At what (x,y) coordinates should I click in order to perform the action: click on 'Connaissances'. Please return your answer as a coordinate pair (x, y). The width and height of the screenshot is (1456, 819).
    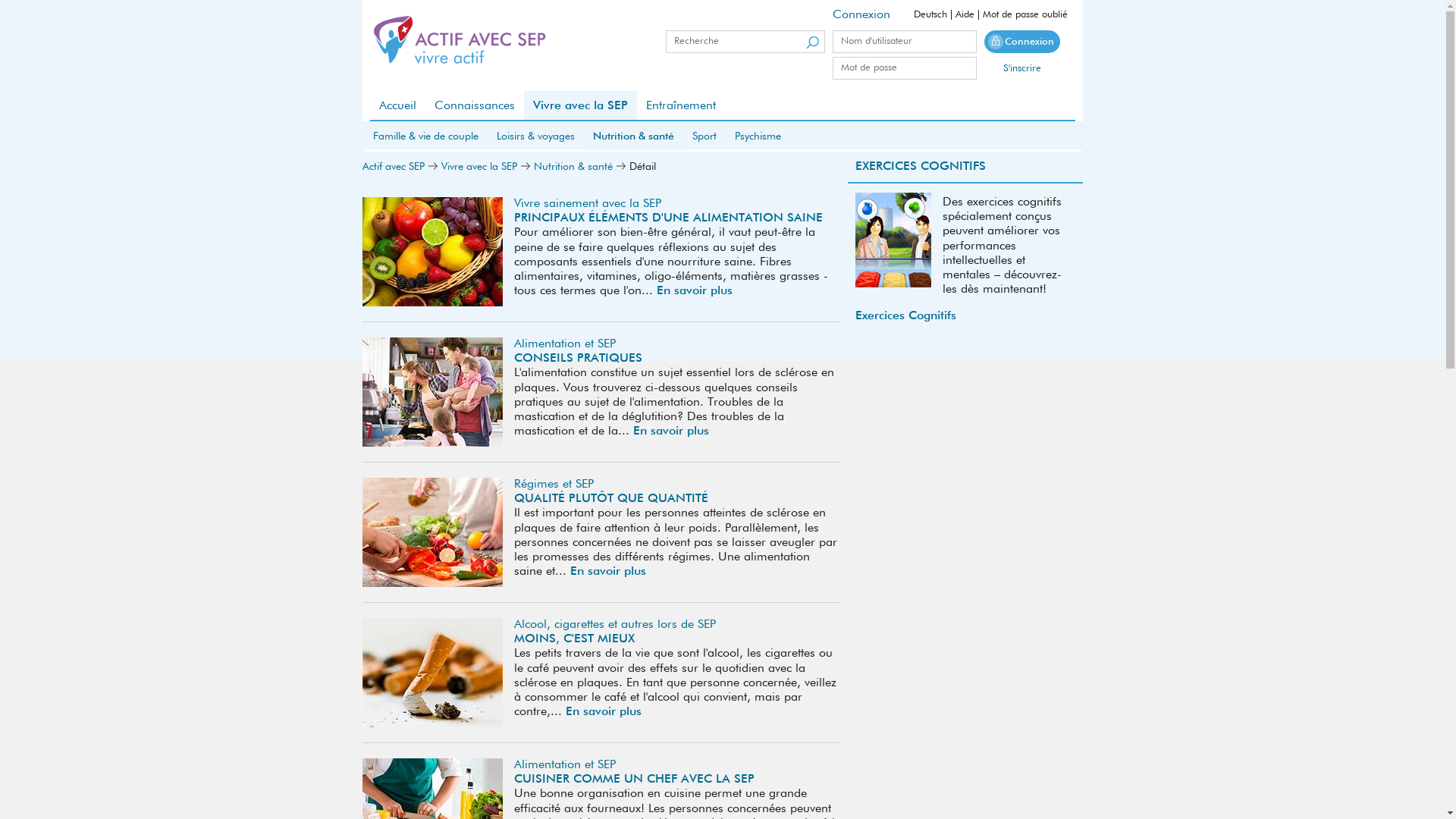
    Looking at the image, I should click on (472, 105).